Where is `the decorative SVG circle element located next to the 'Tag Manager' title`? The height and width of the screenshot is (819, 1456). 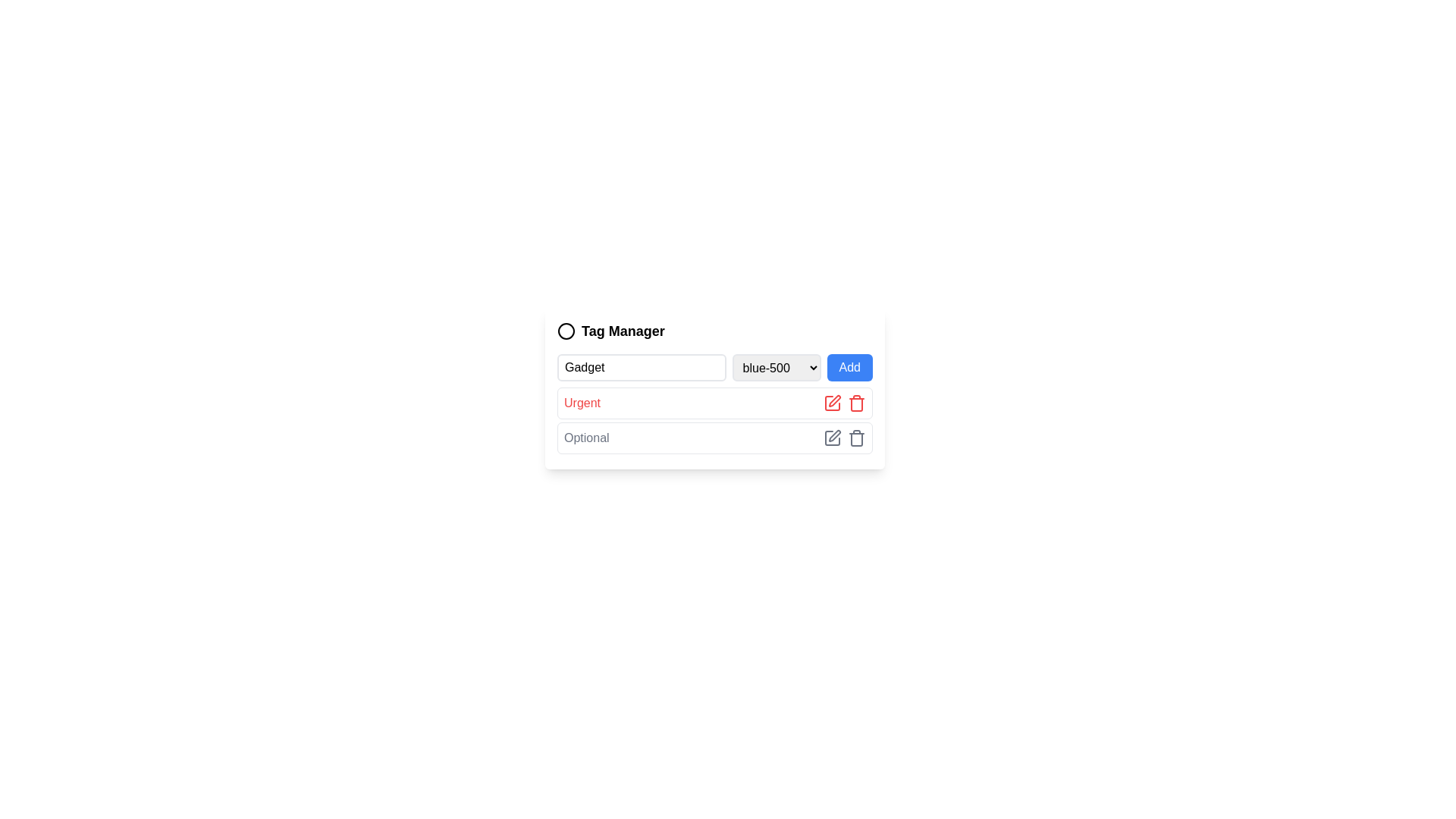
the decorative SVG circle element located next to the 'Tag Manager' title is located at coordinates (566, 330).